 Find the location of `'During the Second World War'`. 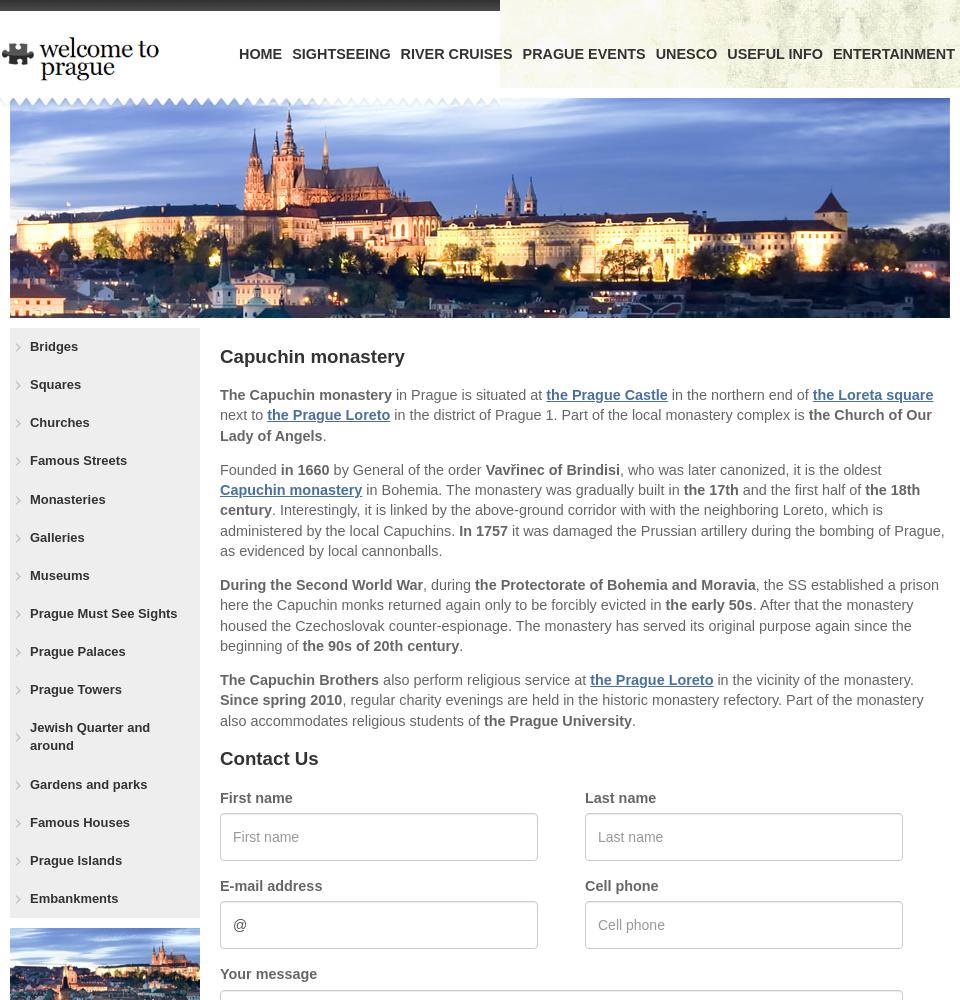

'During the Second World War' is located at coordinates (321, 584).